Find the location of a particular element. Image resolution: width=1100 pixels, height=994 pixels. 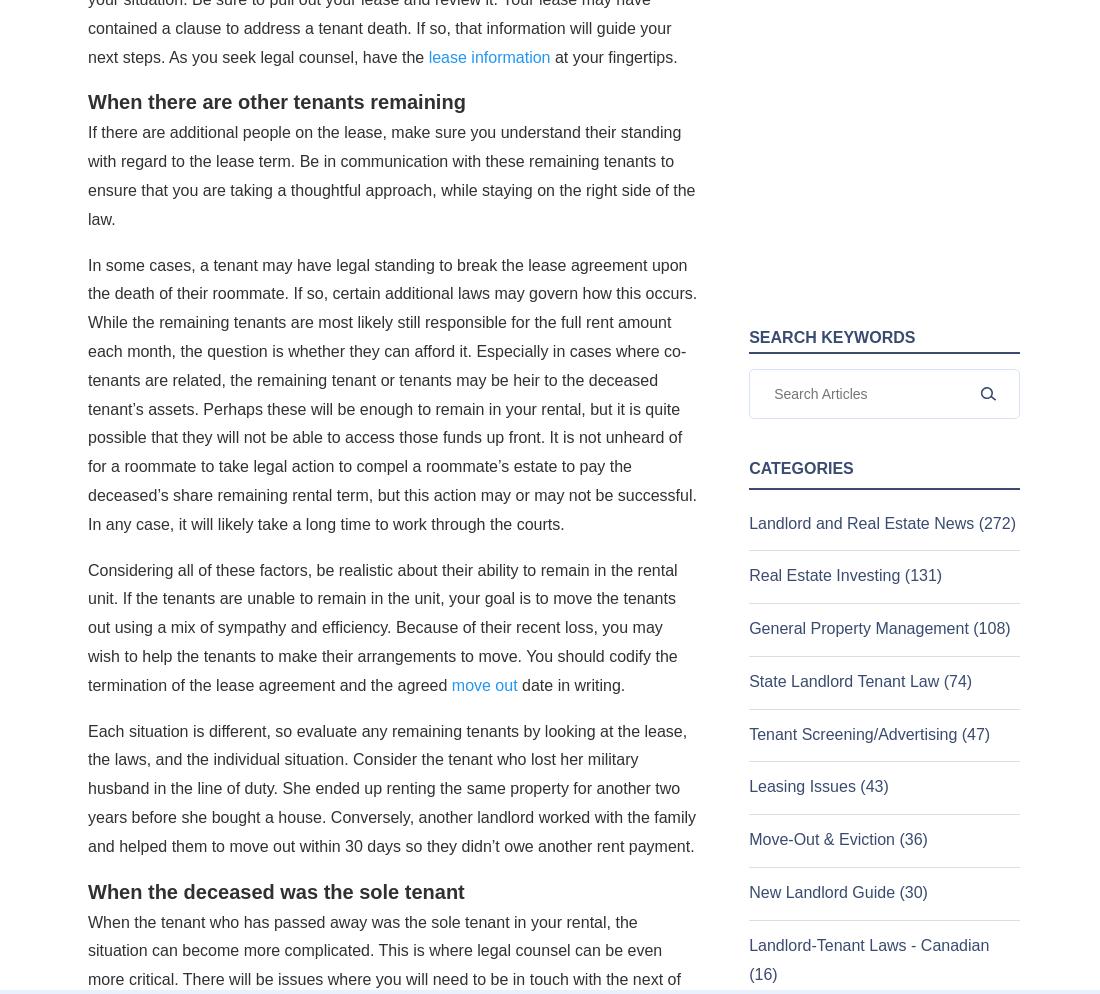

'Subscribe' is located at coordinates (143, 339).